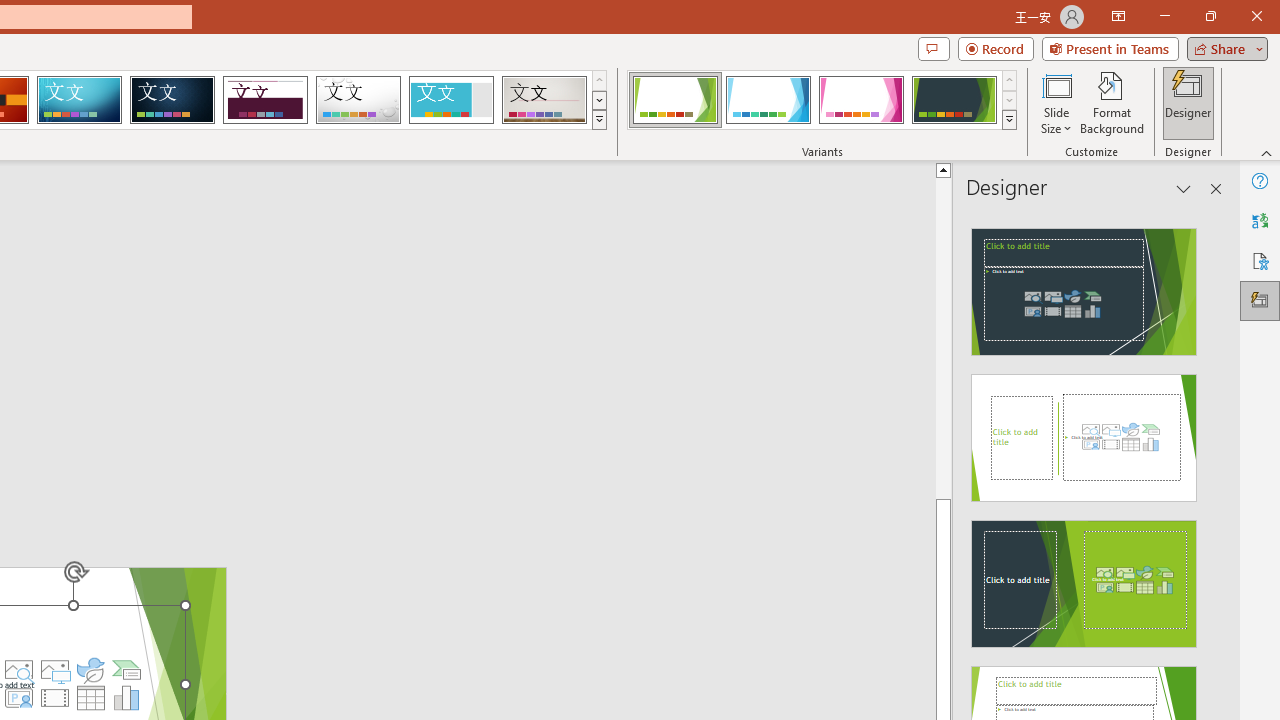  What do you see at coordinates (172, 100) in the screenshot?
I see `'Damask'` at bounding box center [172, 100].